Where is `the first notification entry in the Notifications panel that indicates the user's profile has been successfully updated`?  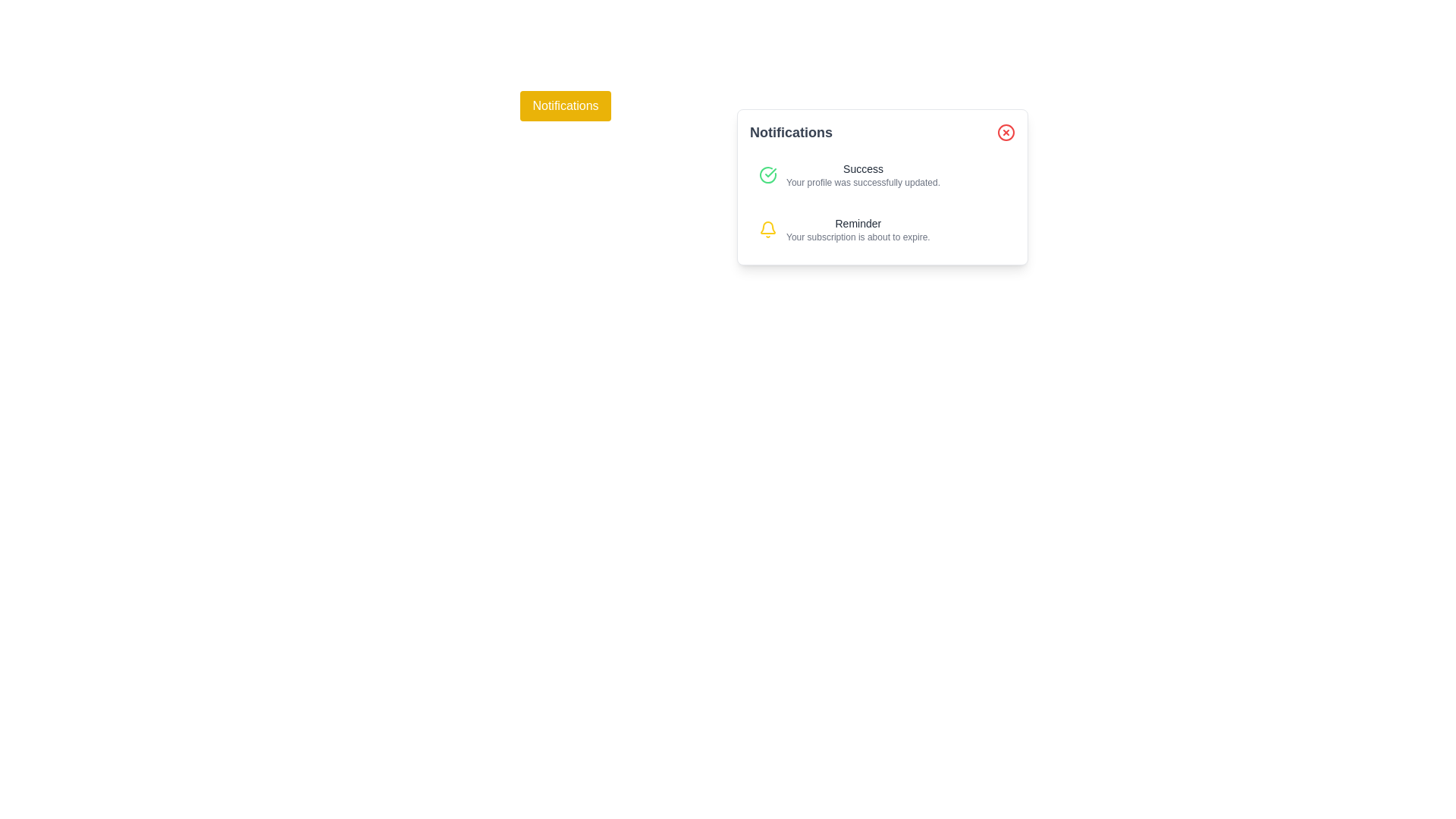
the first notification entry in the Notifications panel that indicates the user's profile has been successfully updated is located at coordinates (882, 174).